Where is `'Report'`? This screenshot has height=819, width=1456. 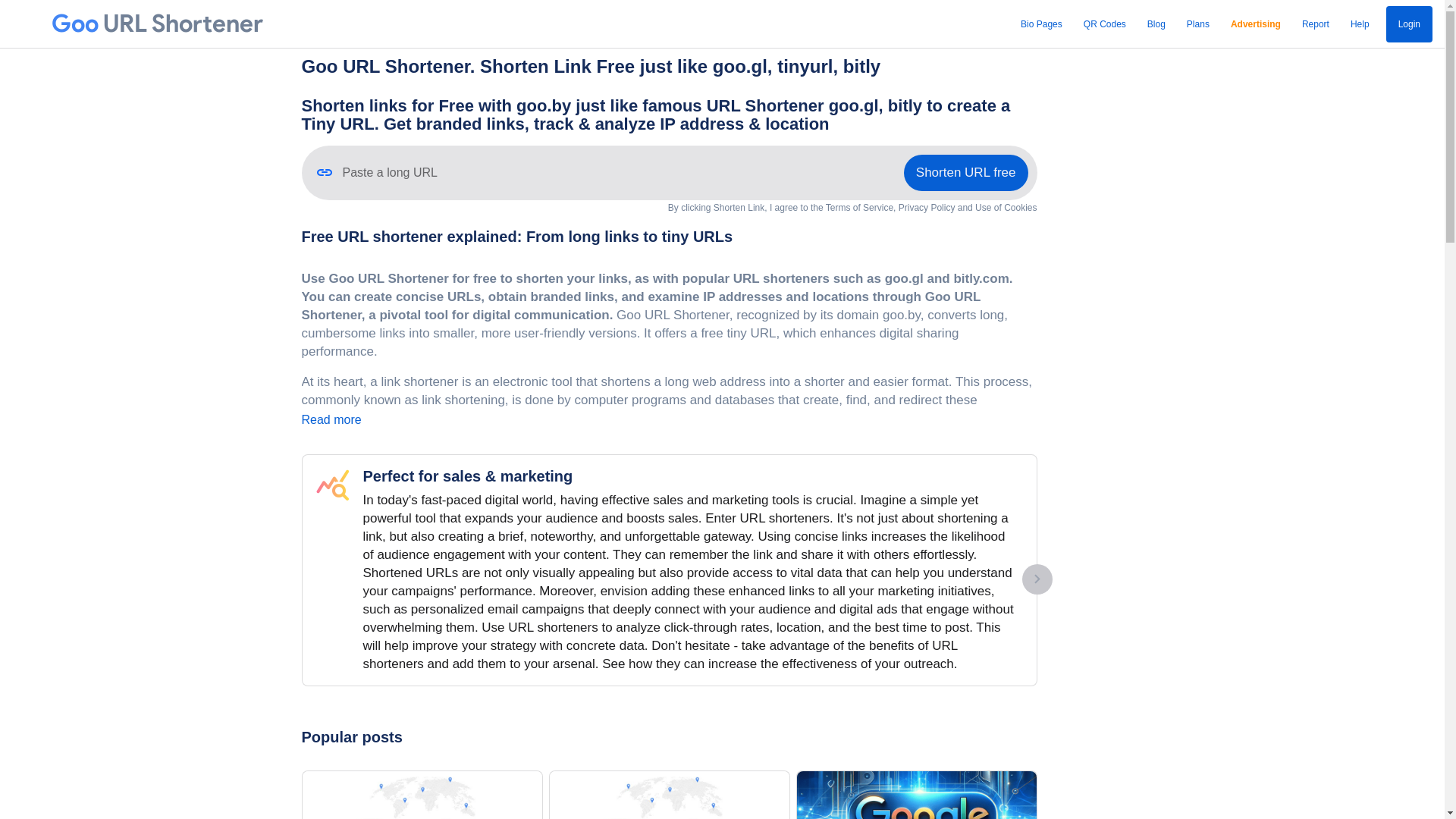
'Report' is located at coordinates (1314, 24).